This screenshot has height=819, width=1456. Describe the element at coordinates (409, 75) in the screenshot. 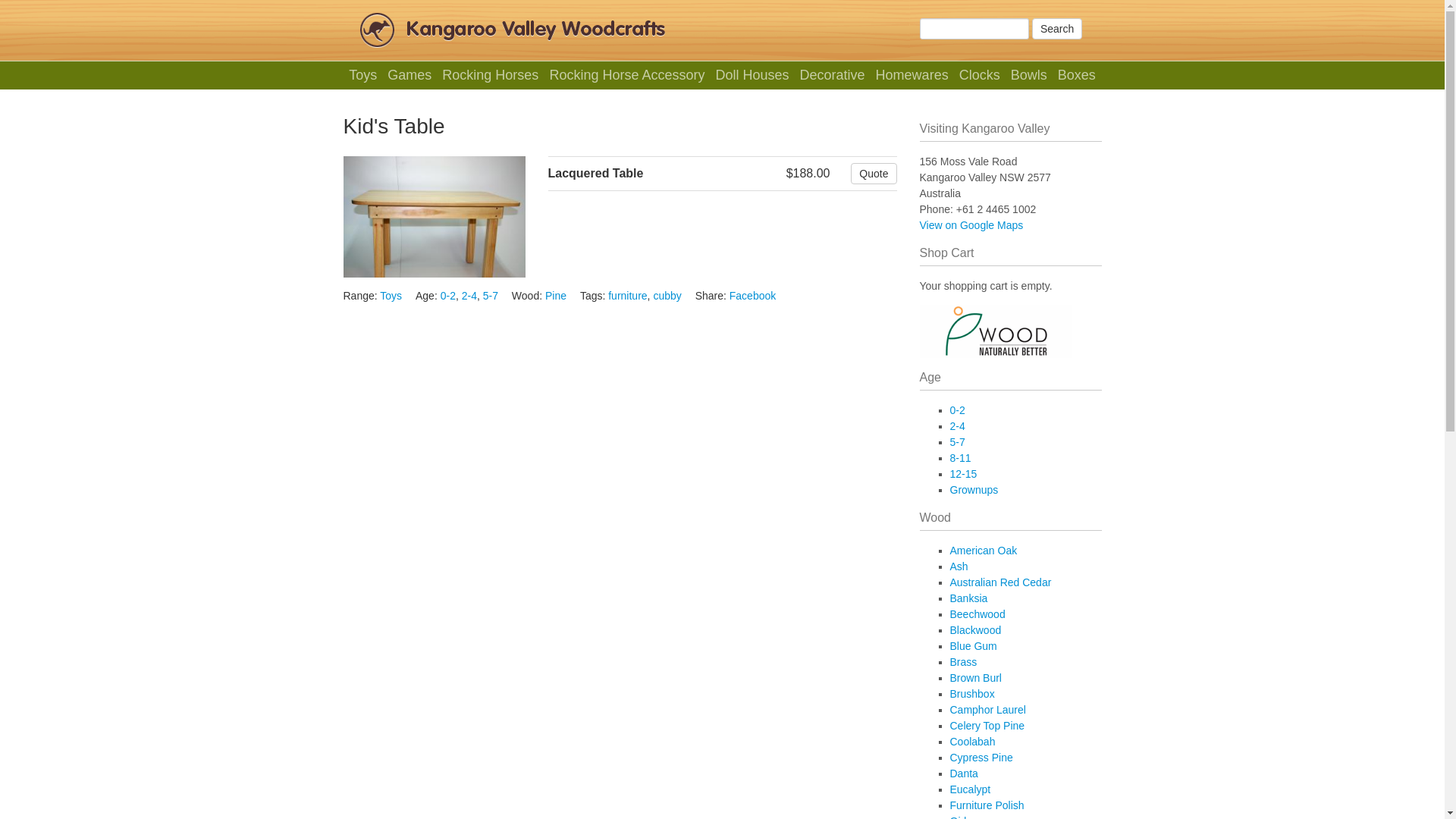

I see `'Games'` at that location.